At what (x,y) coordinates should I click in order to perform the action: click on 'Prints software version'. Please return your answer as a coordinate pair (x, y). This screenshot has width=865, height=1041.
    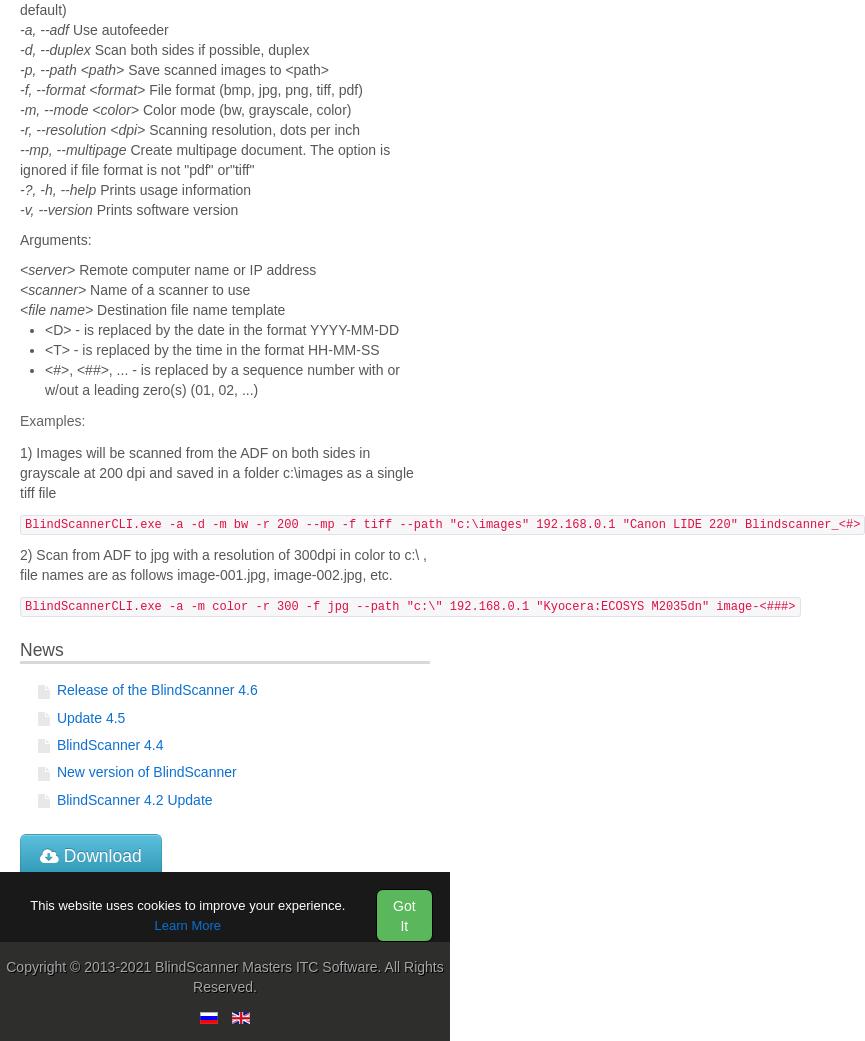
    Looking at the image, I should click on (164, 208).